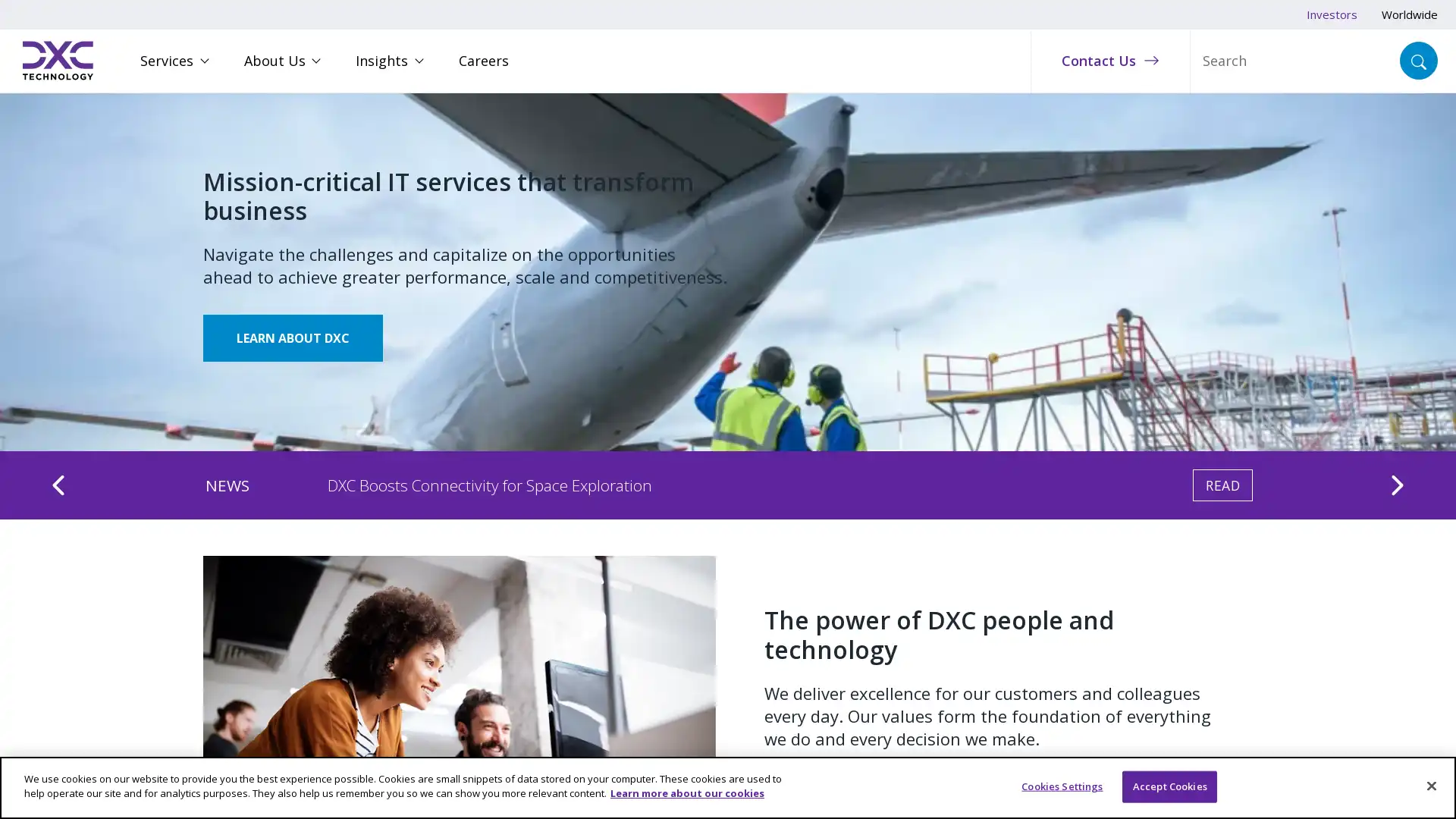 Image resolution: width=1456 pixels, height=819 pixels. What do you see at coordinates (1169, 786) in the screenshot?
I see `Accept Cookies` at bounding box center [1169, 786].